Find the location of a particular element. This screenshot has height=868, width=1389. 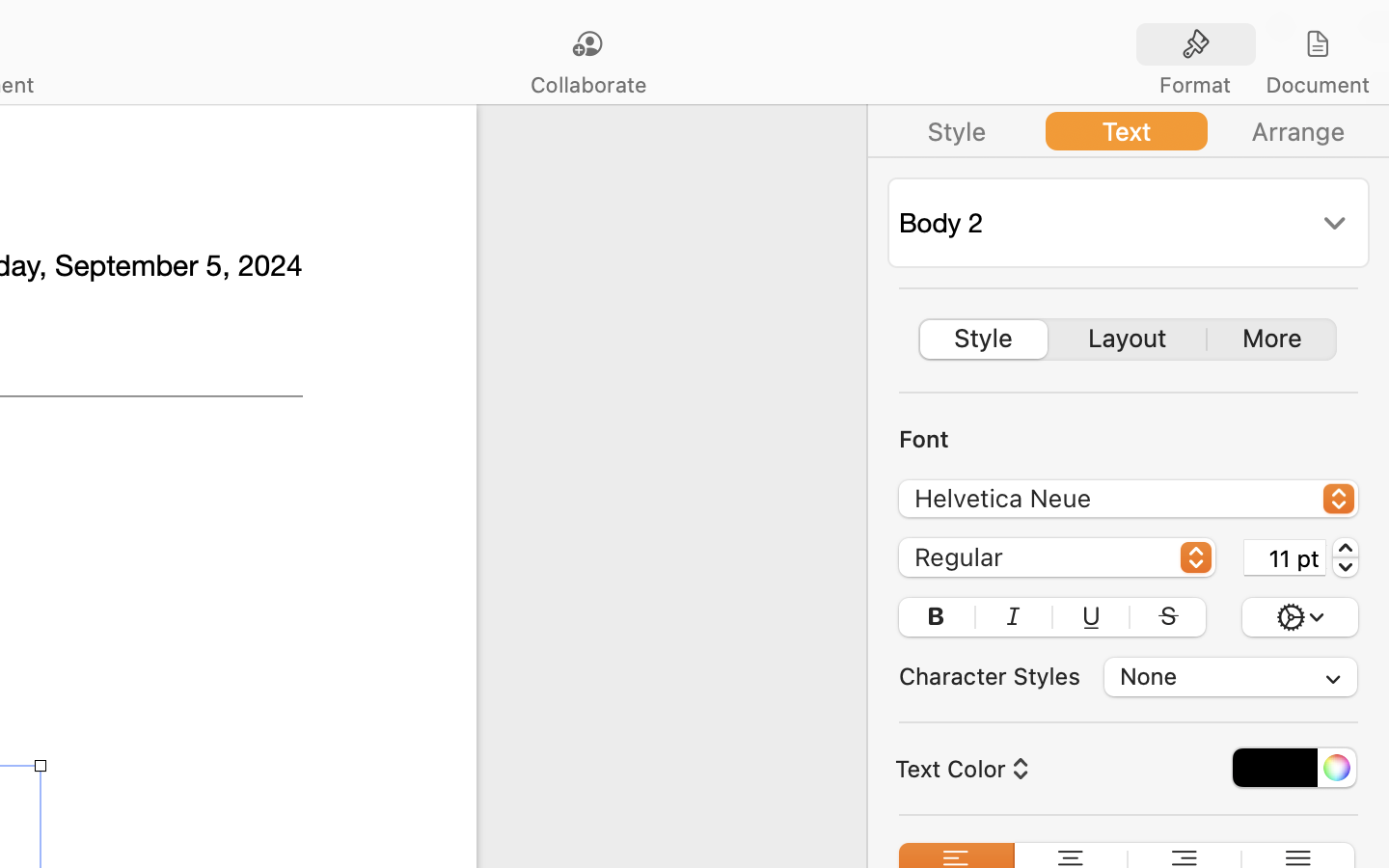

'11.0' is located at coordinates (1346, 556).